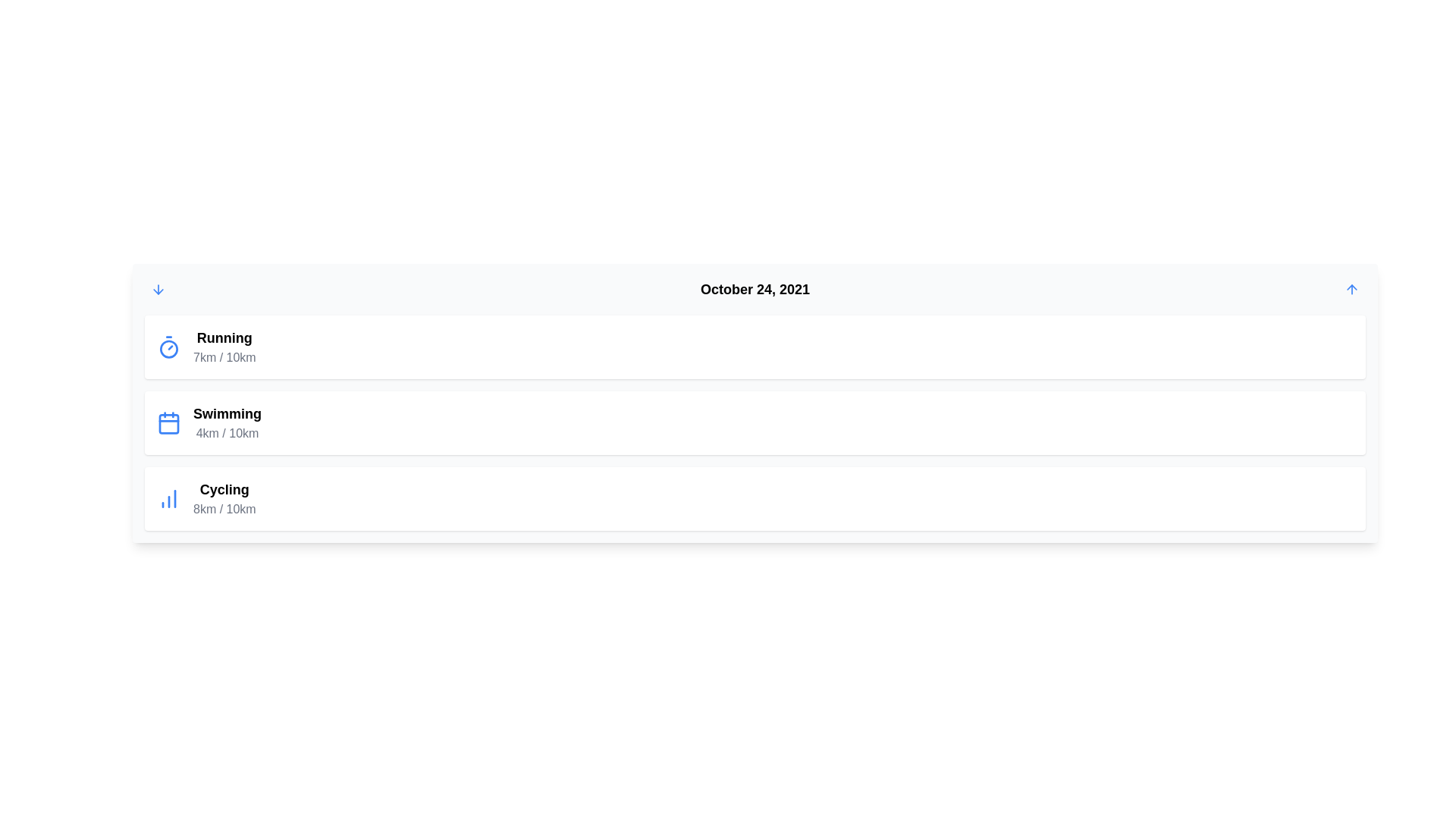  I want to click on the circular button with a downward arrow icon in blue color located at the top-left corner of the section header labeled 'October 24, 2021', so click(158, 289).